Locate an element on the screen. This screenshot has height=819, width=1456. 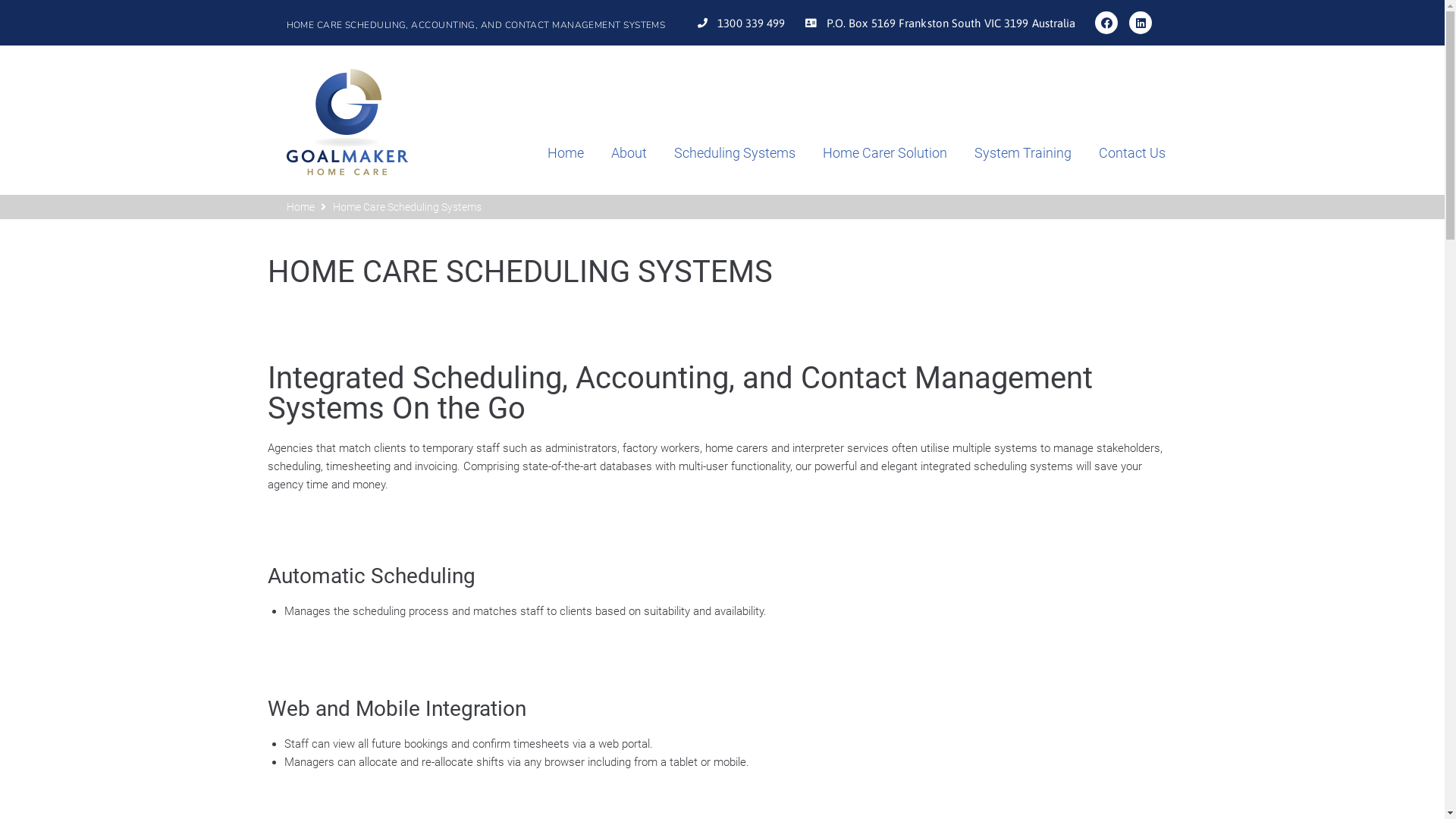
'1300 339 499' is located at coordinates (739, 22).